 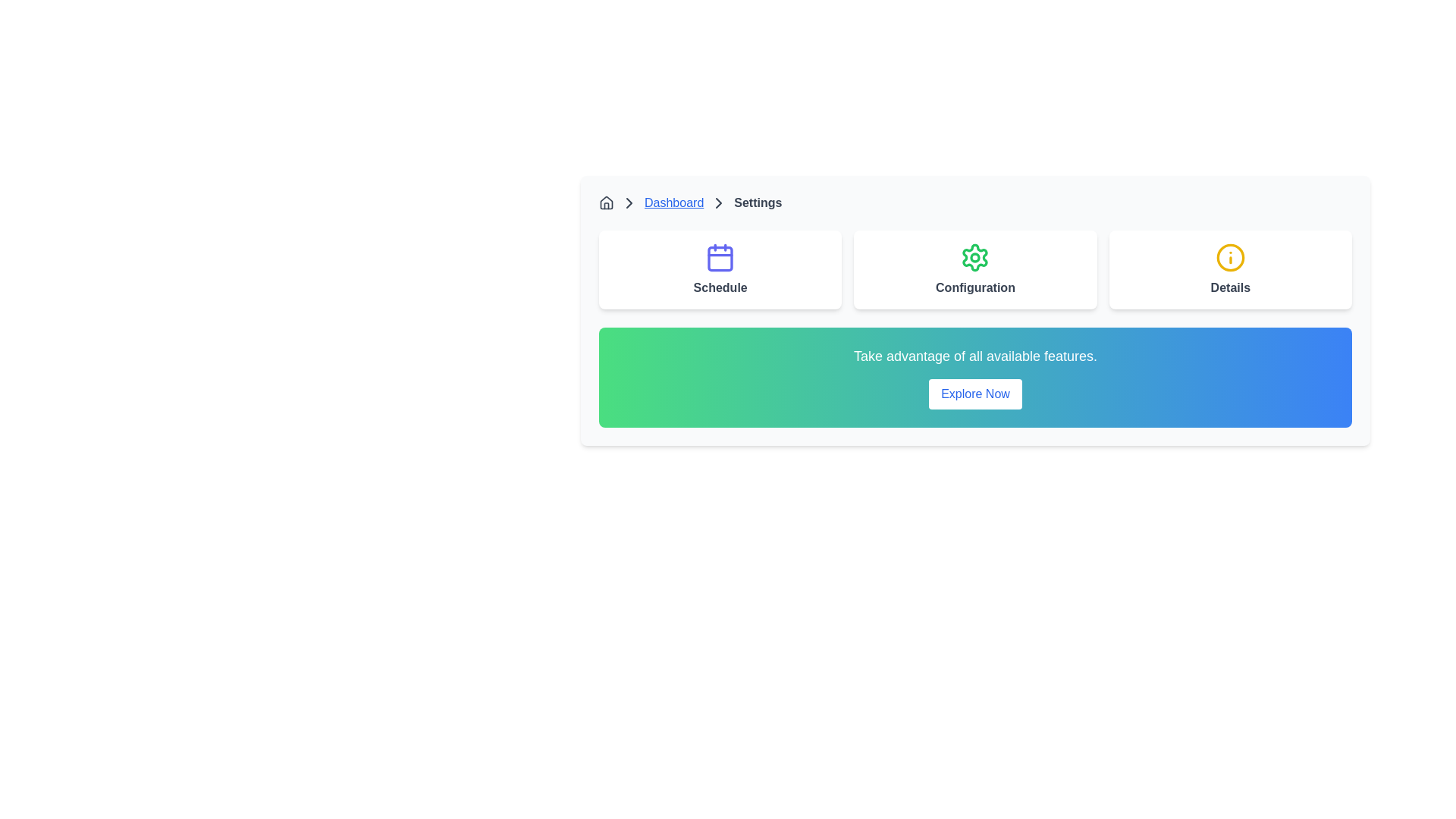 What do you see at coordinates (975, 256) in the screenshot?
I see `the Circle element within the gear icon, which symbolizes configuration or settings, located at the center of the gear-like SVG icon in the configuration card` at bounding box center [975, 256].